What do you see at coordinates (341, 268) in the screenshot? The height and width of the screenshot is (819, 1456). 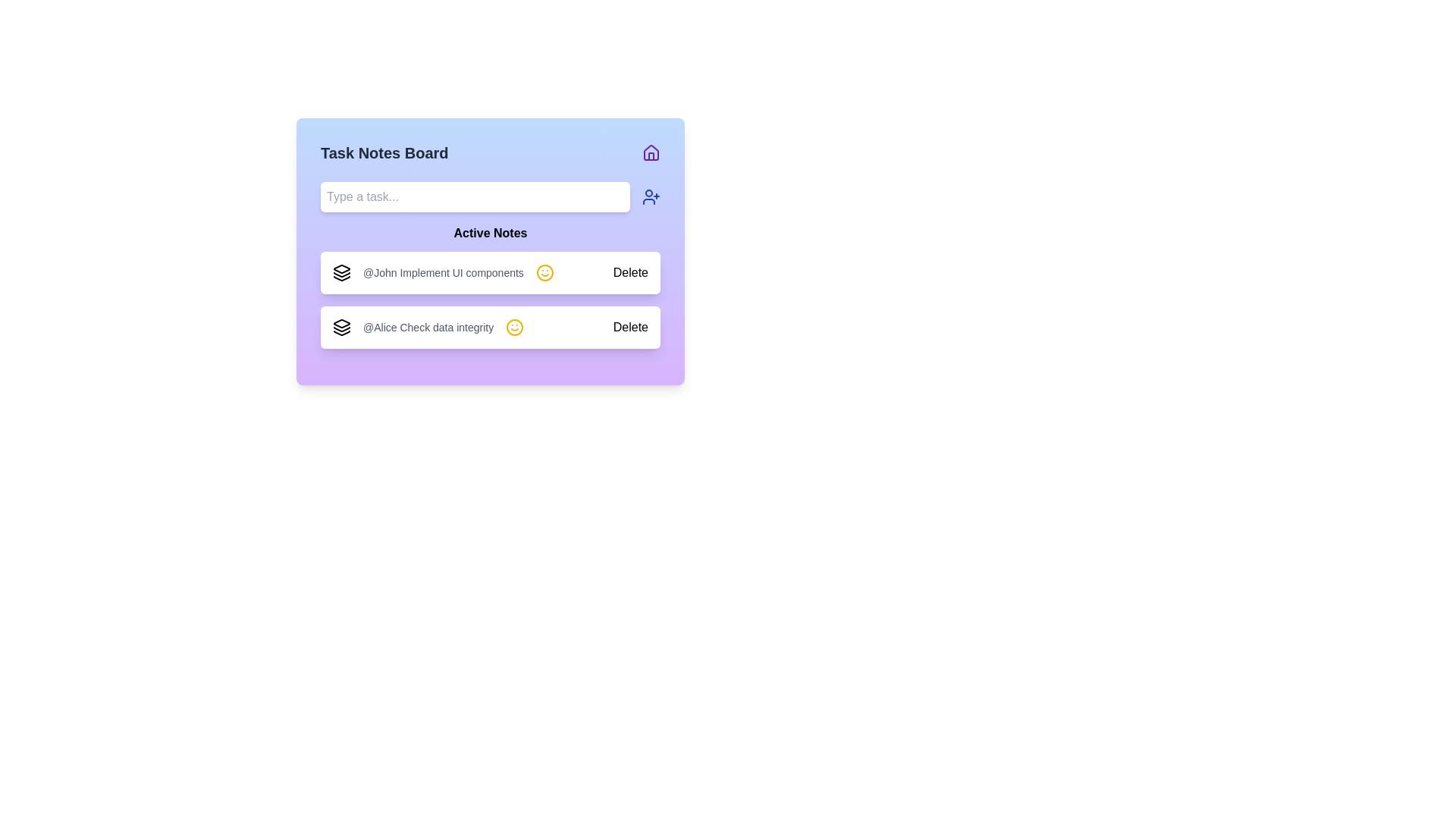 I see `the modern triangular layered icon located on the left side of the application interface, associated with the first entry in the active notes section` at bounding box center [341, 268].